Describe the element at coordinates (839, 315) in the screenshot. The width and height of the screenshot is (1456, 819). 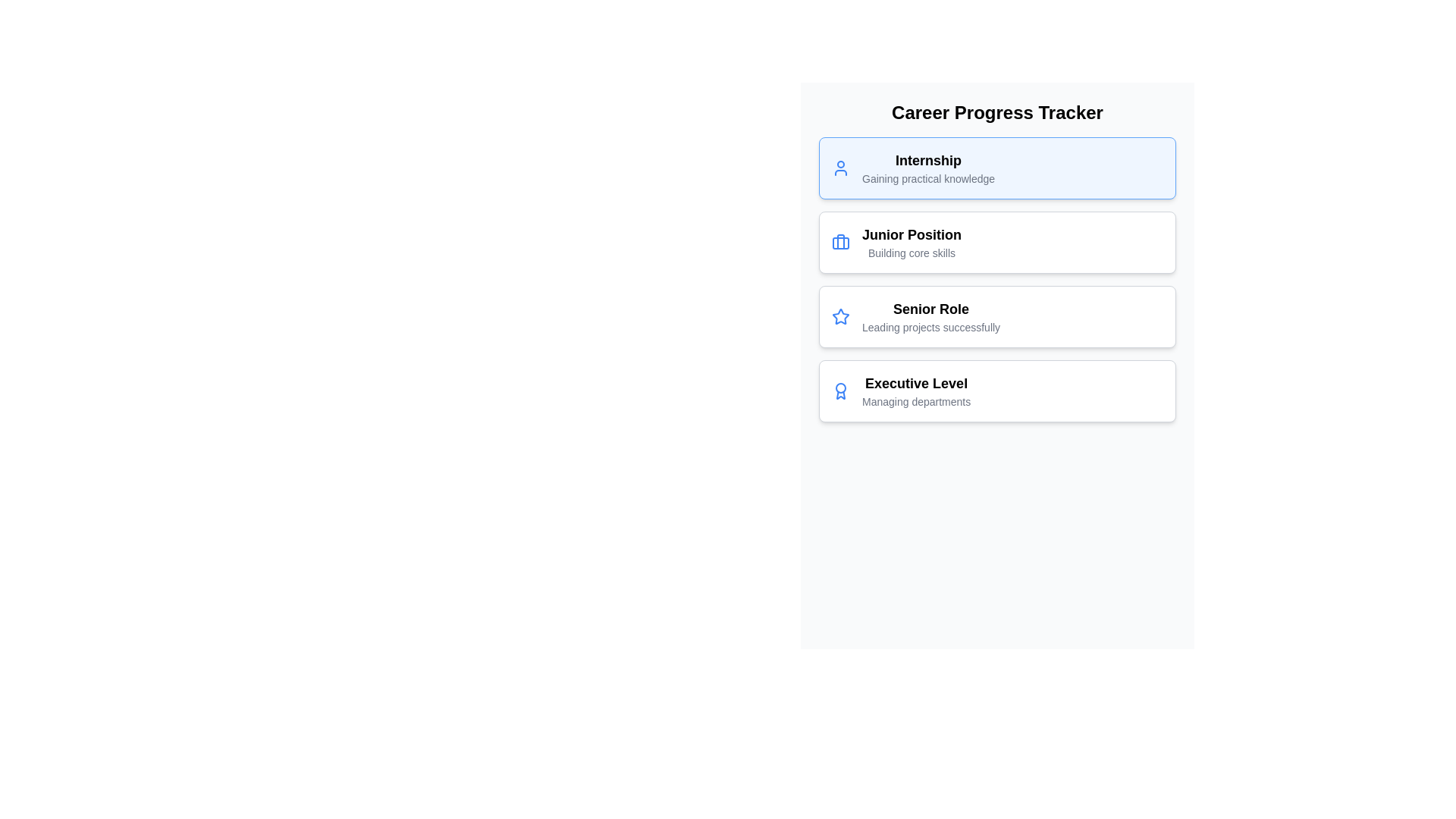
I see `blue-bordered, five-pointed star-shaped icon with a white fill located near the left edge of the 'Senior Role' item in the 'Career Progress Tracker' interface for development purposes` at that location.